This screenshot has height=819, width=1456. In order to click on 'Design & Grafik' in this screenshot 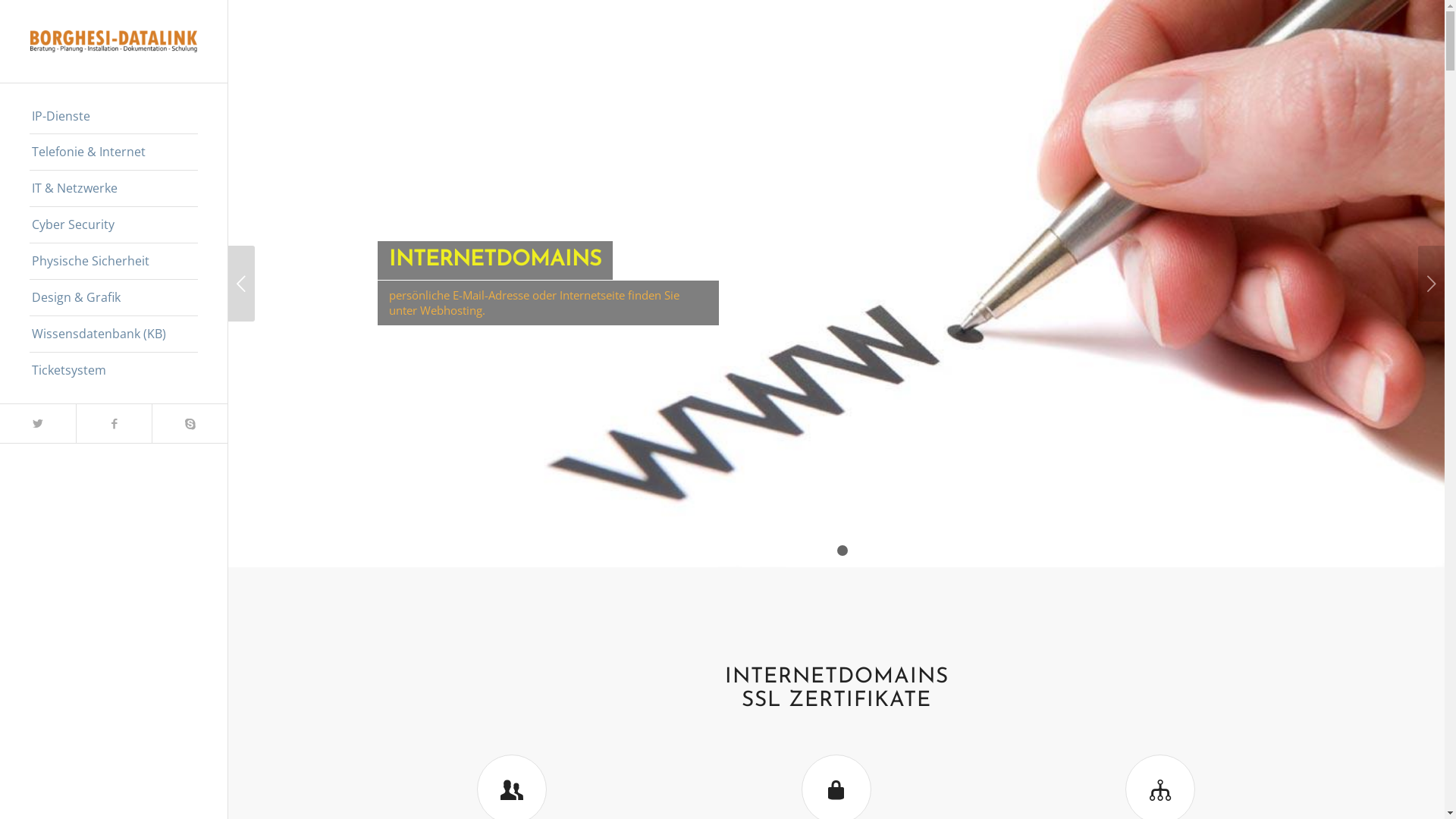, I will do `click(112, 298)`.